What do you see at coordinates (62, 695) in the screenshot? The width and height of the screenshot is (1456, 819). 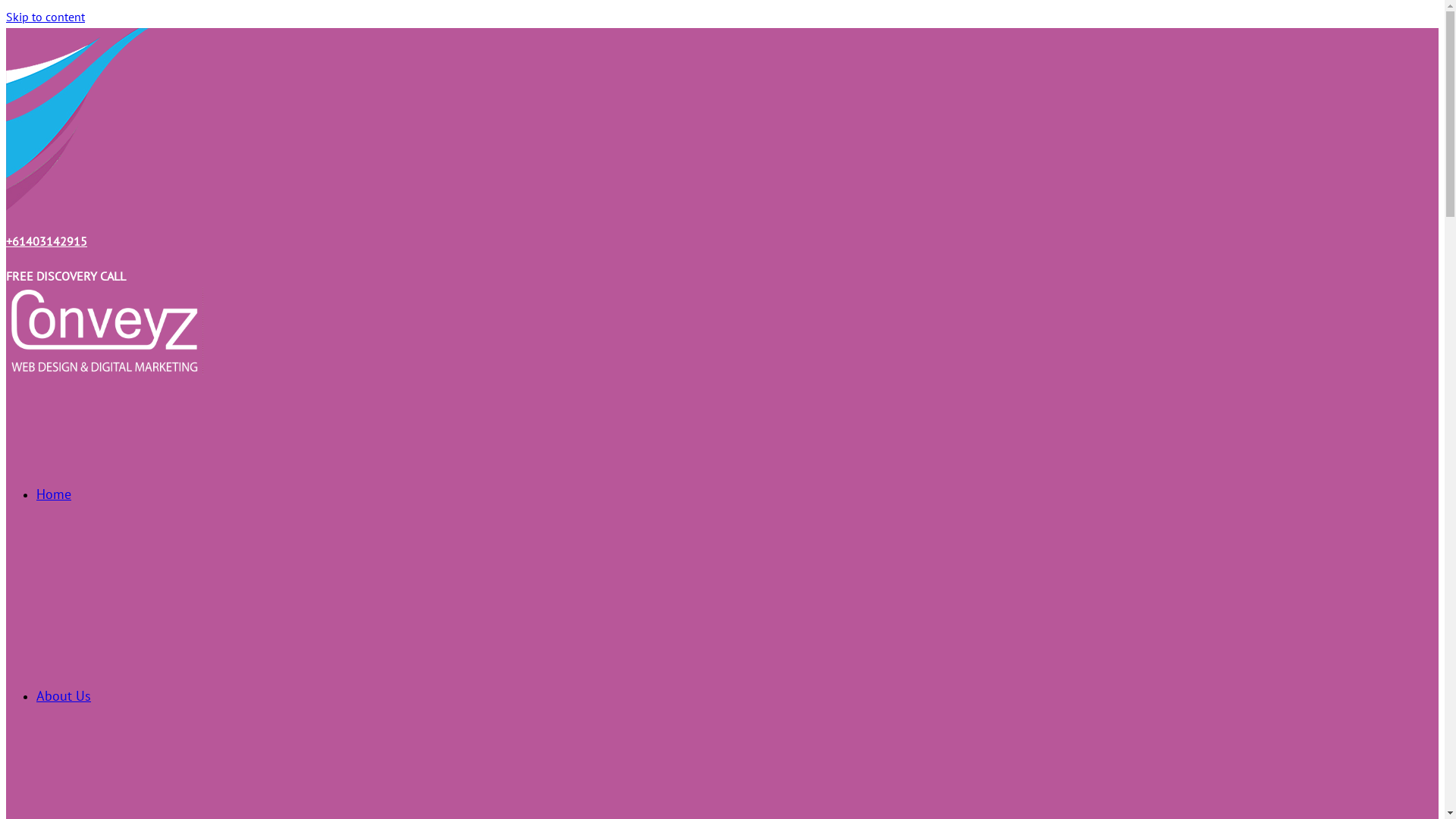 I see `'About Us'` at bounding box center [62, 695].